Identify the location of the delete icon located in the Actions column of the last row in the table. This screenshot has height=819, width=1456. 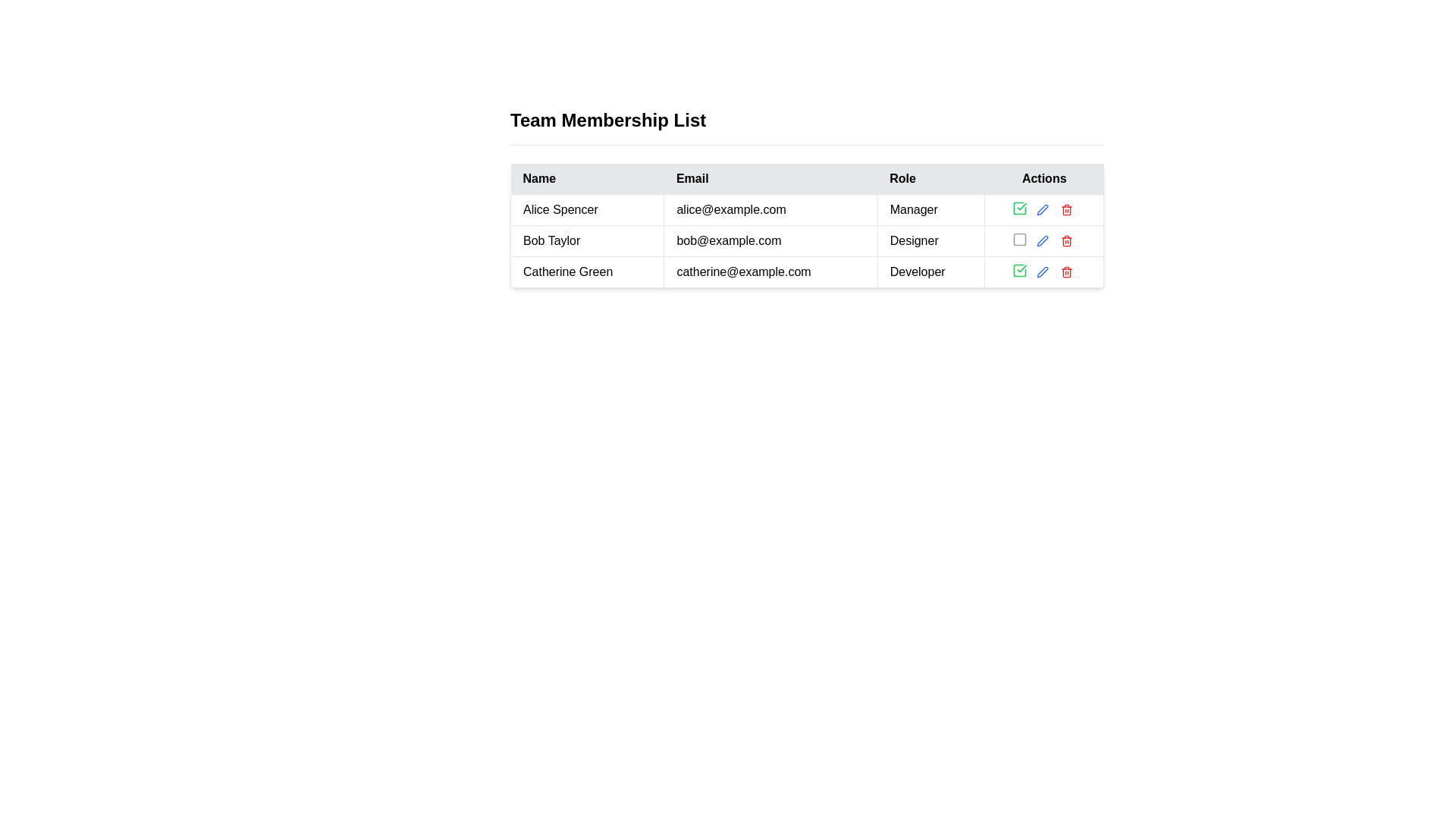
(1066, 271).